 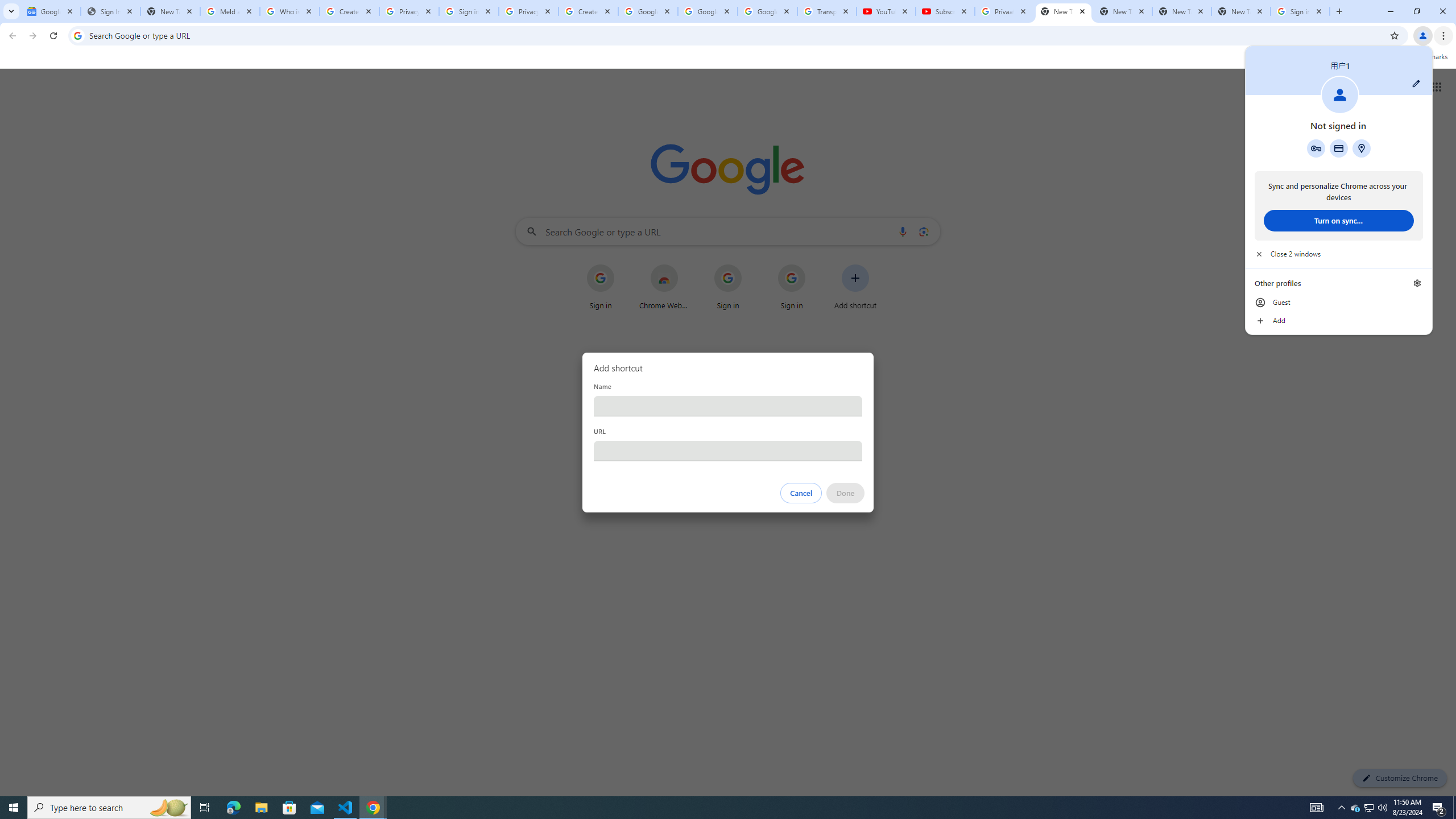 What do you see at coordinates (1360, 148) in the screenshot?
I see `'Addresses and more'` at bounding box center [1360, 148].